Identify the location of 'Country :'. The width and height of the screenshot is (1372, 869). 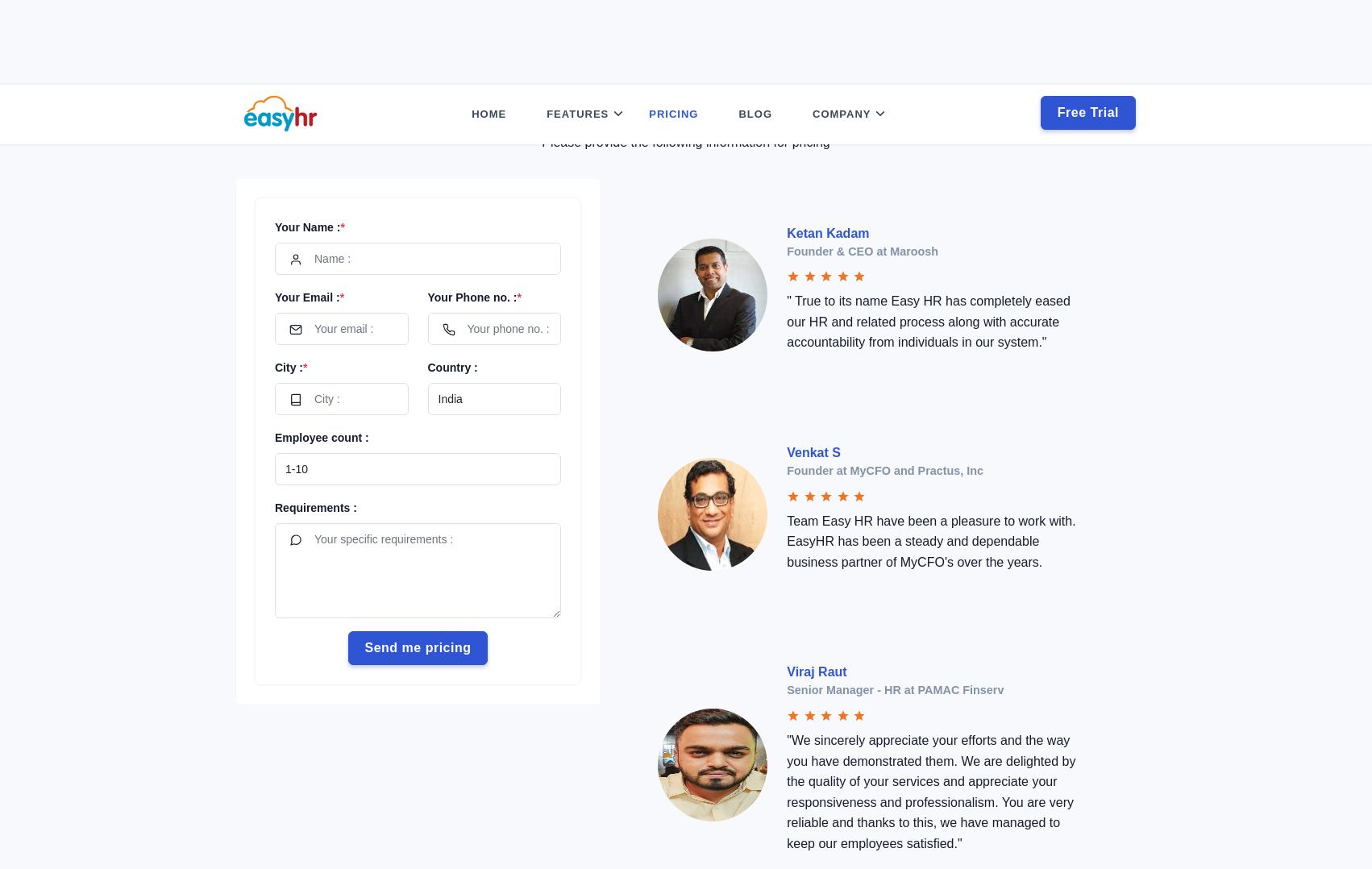
(451, 282).